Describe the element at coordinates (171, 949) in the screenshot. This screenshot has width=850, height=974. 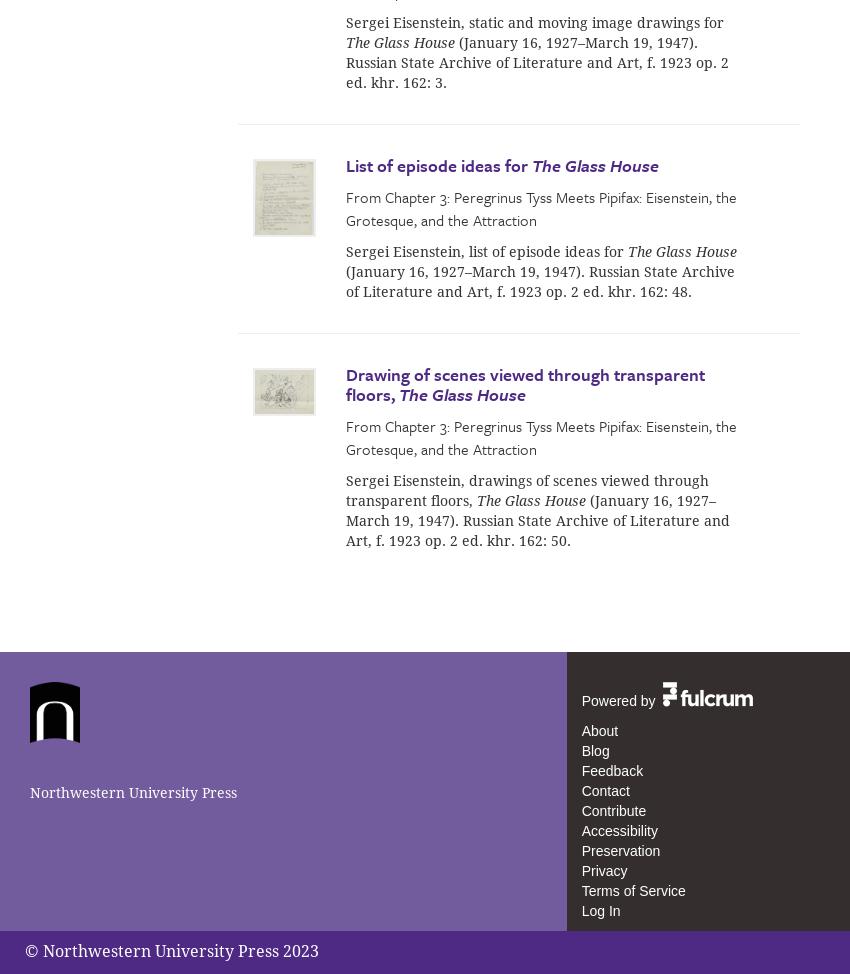
I see `'© Northwestern University Press 2023'` at that location.